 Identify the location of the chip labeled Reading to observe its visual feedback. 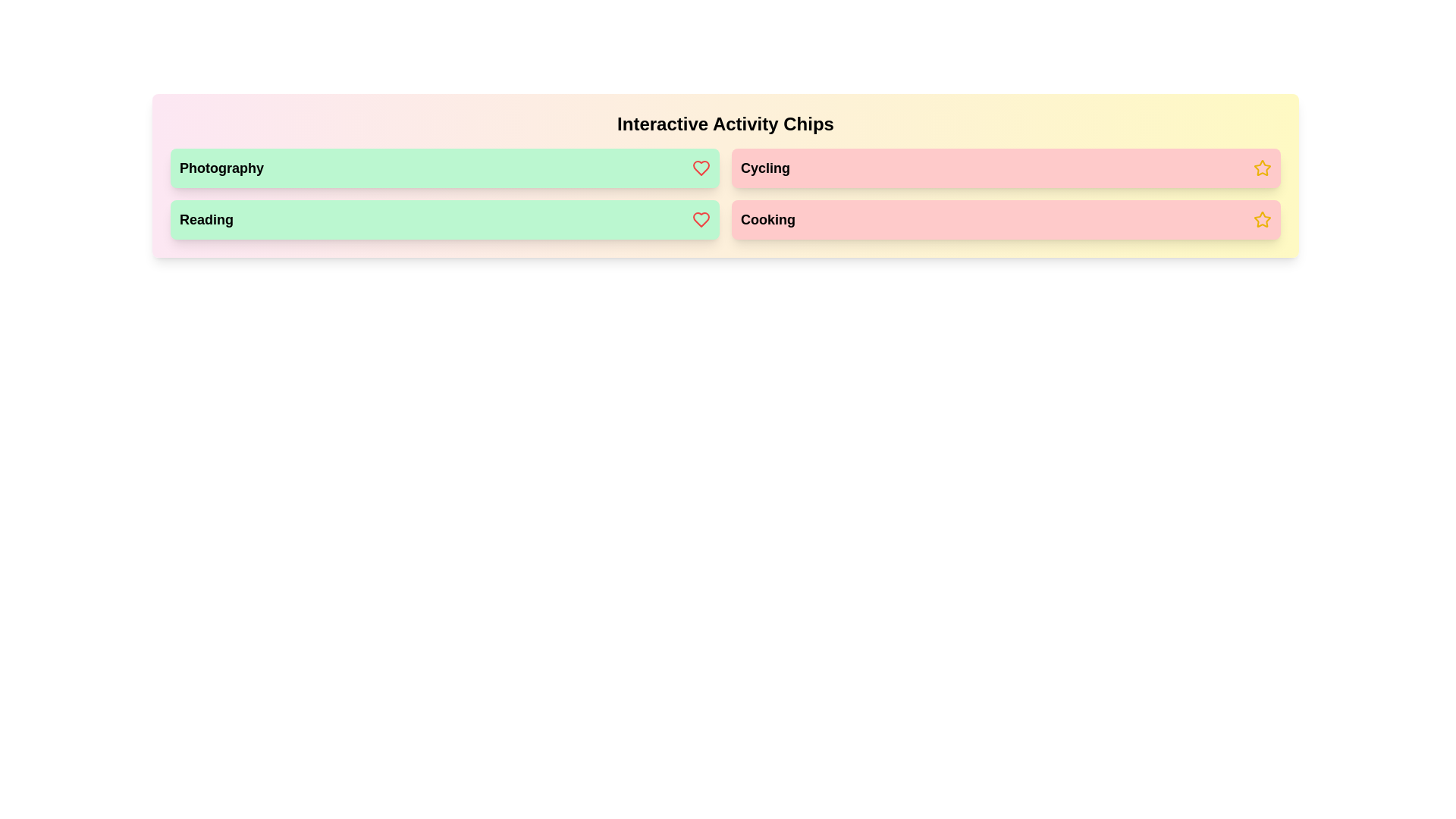
(444, 219).